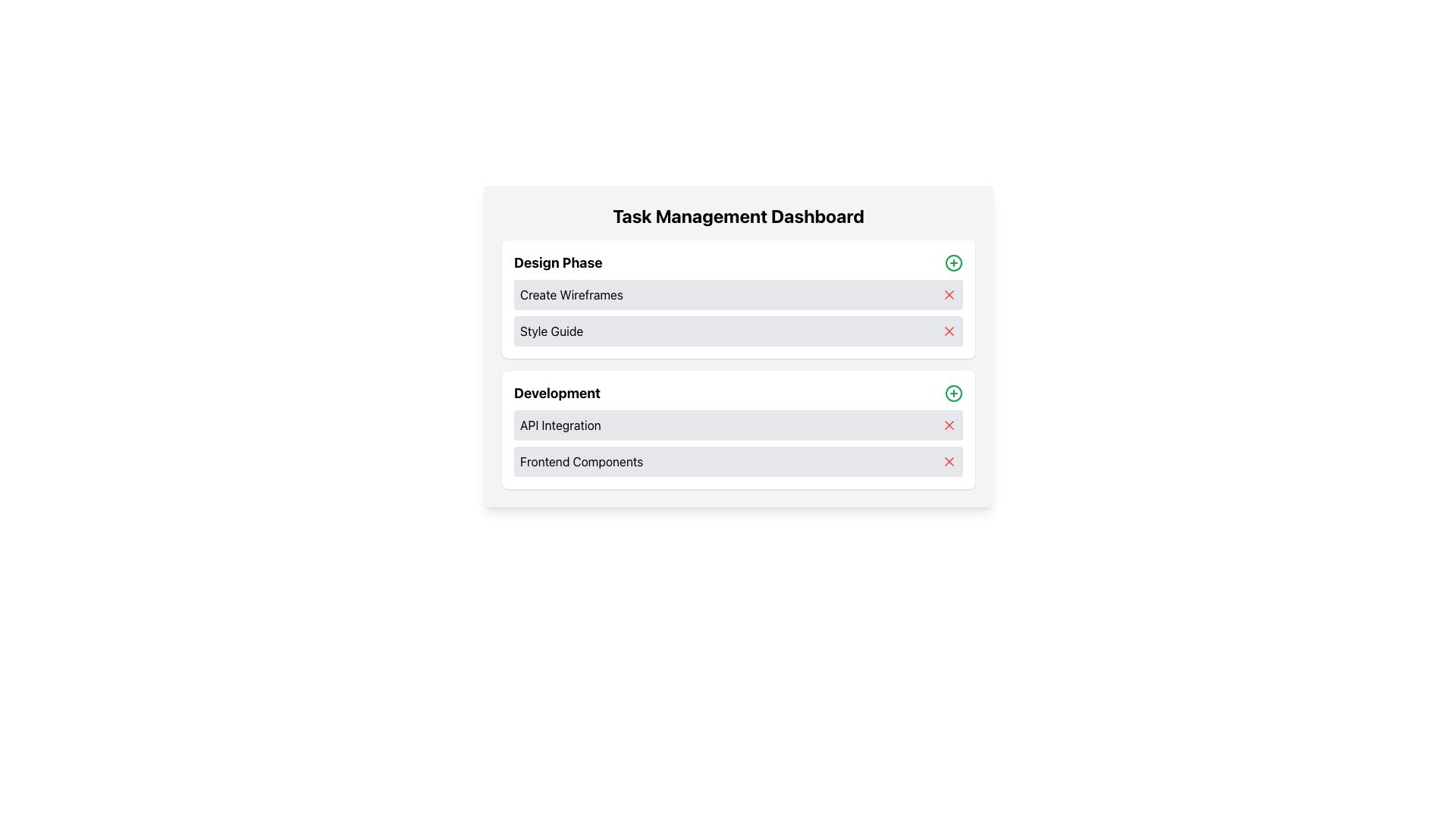  Describe the element at coordinates (949, 295) in the screenshot. I see `the red X Close Button located to the far right of the 'Create Wireframes' text` at that location.